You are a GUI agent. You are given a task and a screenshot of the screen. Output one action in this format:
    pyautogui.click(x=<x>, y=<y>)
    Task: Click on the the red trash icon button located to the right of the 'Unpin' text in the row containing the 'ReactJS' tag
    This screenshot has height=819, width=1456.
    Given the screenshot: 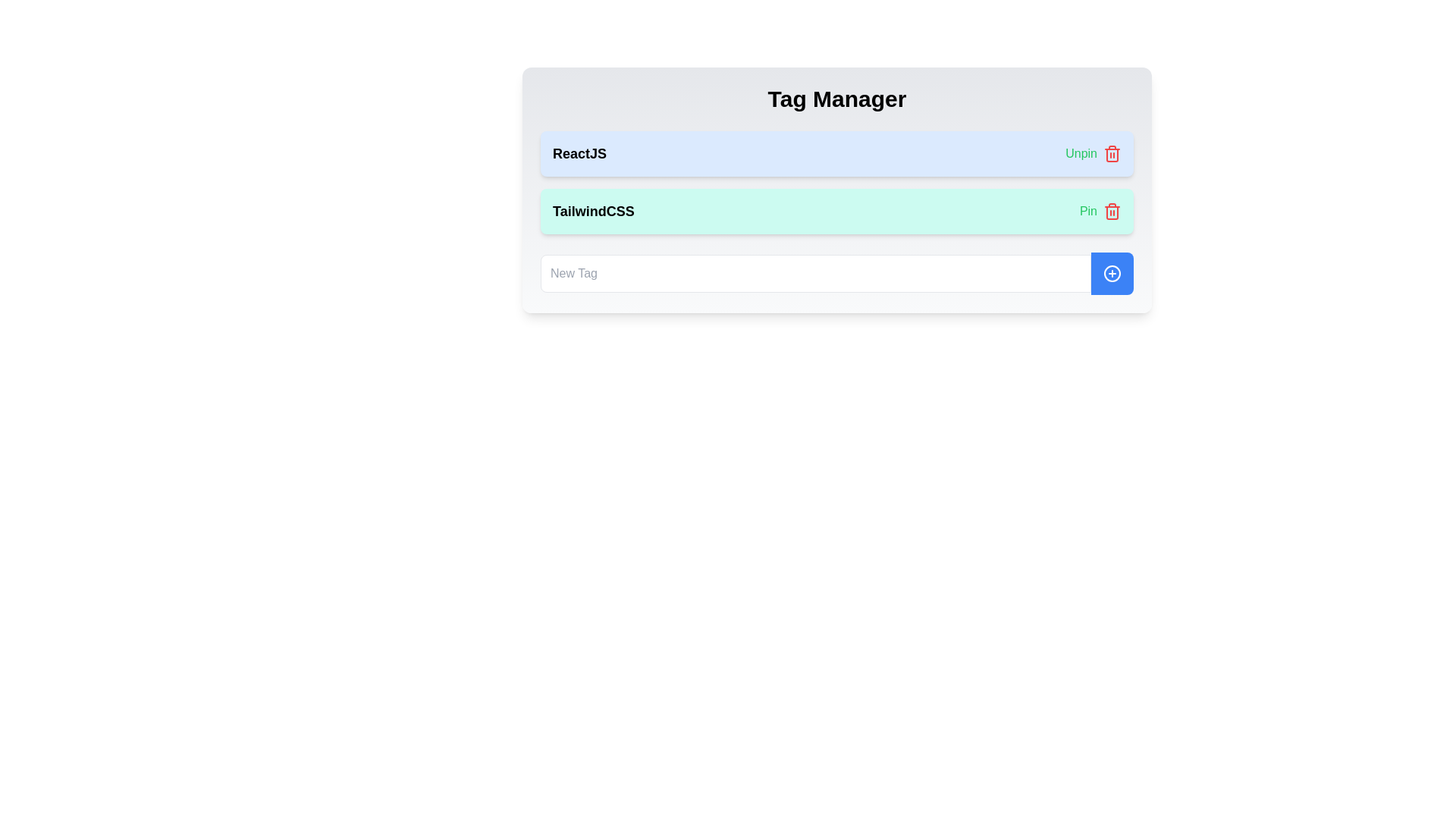 What is the action you would take?
    pyautogui.click(x=1112, y=154)
    